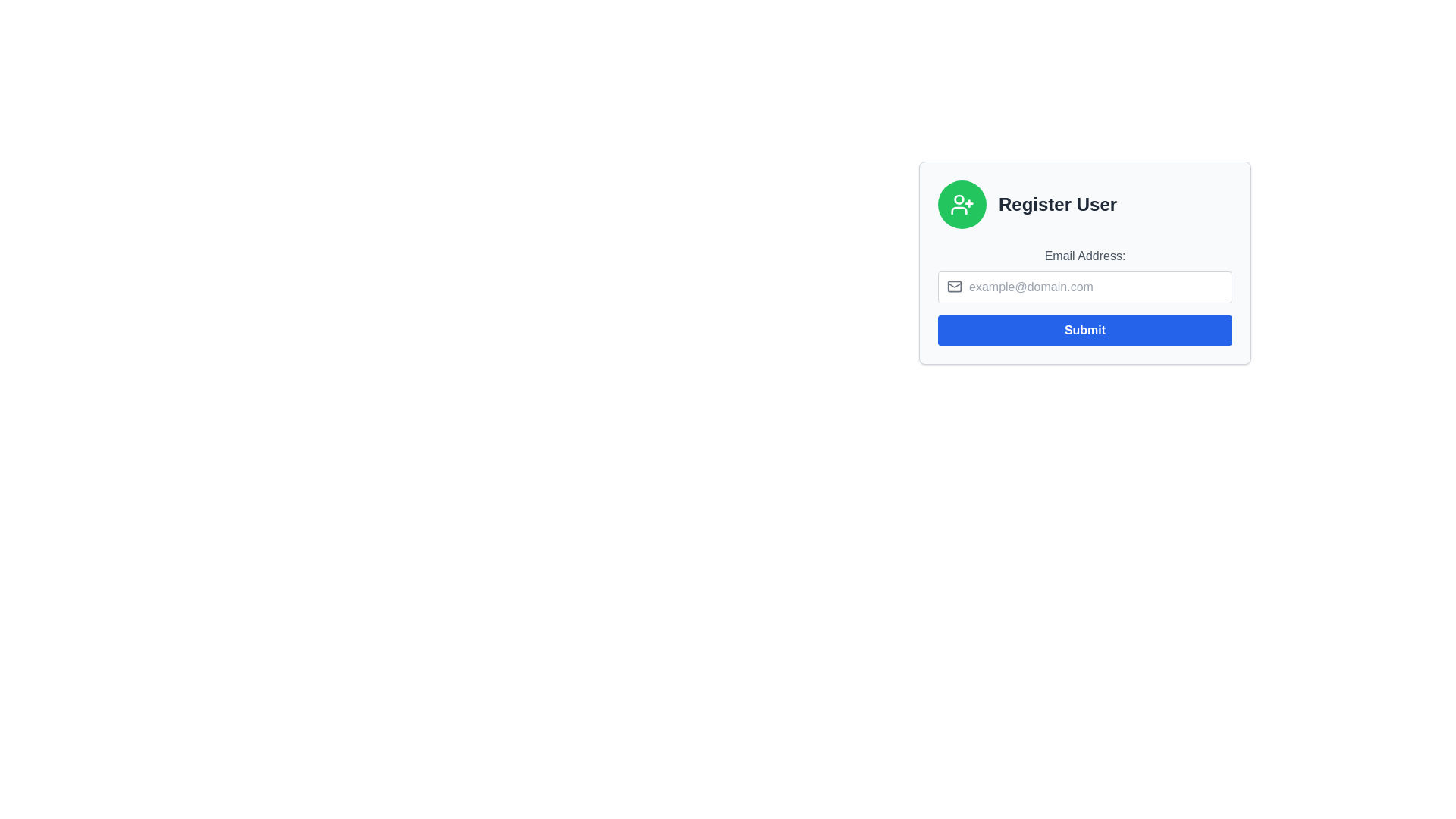  Describe the element at coordinates (1084, 256) in the screenshot. I see `the label displaying 'Email Address:' which is styled in gray and positioned above the email input field` at that location.